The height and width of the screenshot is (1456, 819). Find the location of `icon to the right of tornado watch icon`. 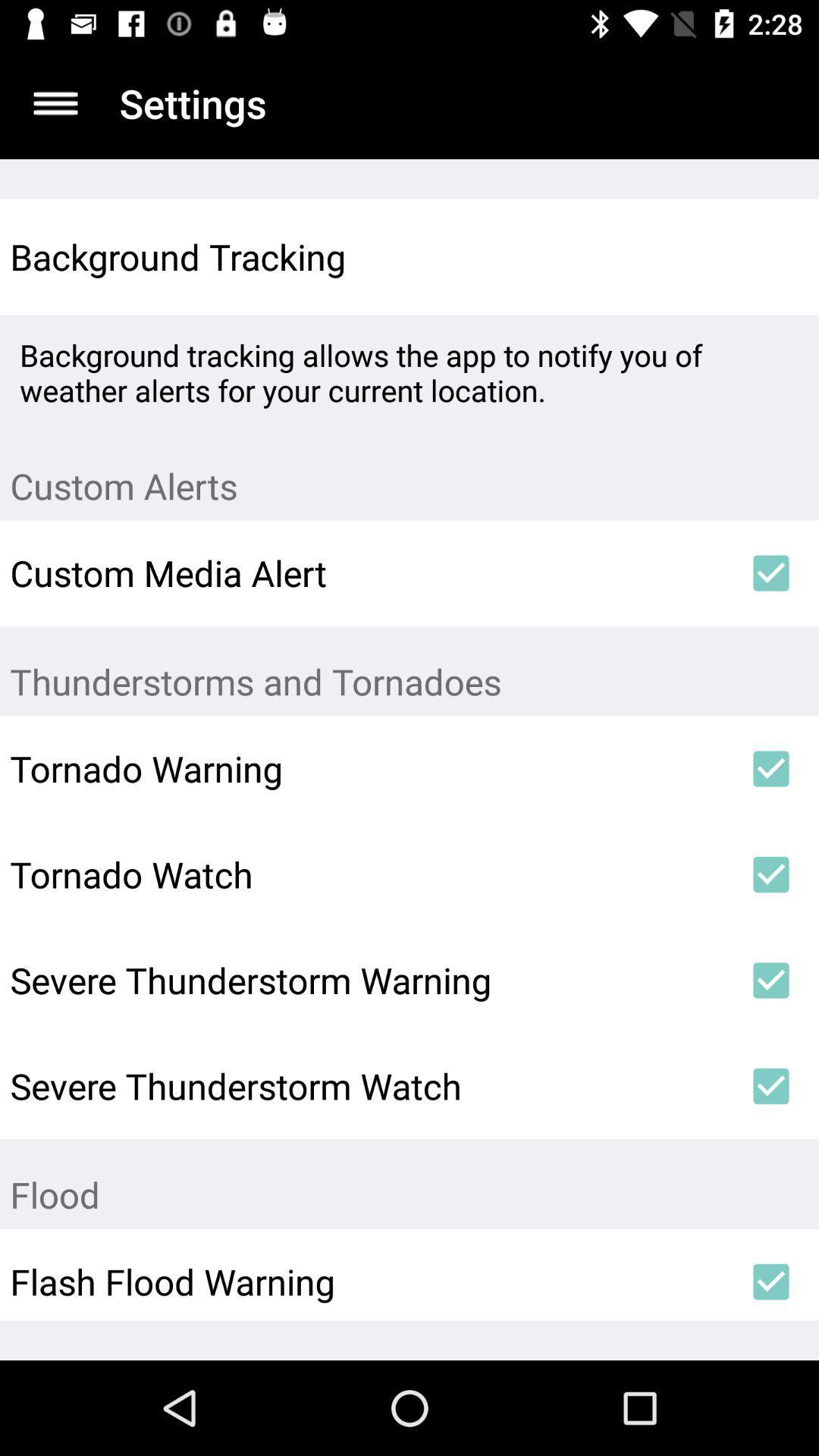

icon to the right of tornado watch icon is located at coordinates (771, 874).